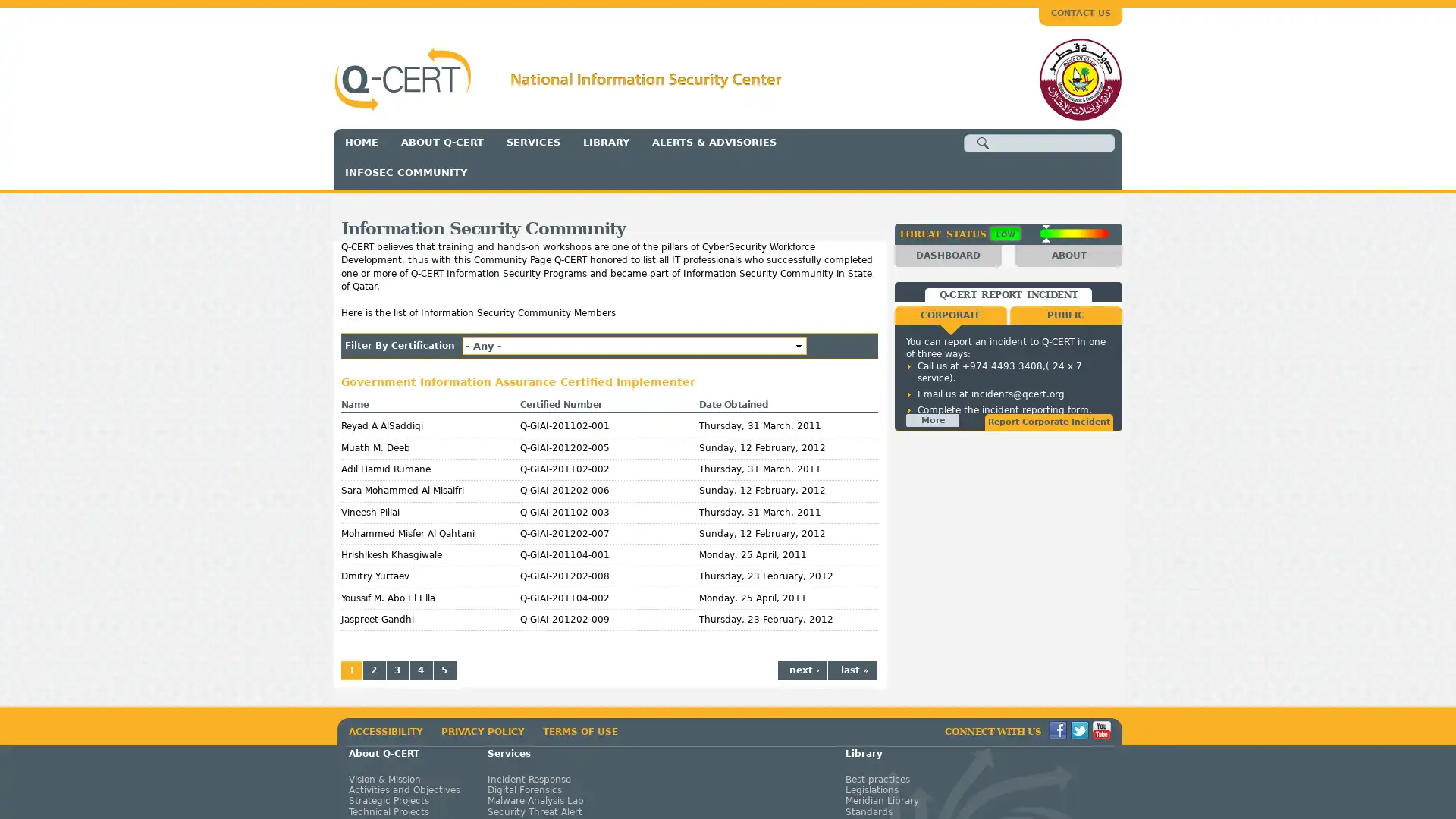 The image size is (1456, 819). I want to click on Search, so click(983, 143).